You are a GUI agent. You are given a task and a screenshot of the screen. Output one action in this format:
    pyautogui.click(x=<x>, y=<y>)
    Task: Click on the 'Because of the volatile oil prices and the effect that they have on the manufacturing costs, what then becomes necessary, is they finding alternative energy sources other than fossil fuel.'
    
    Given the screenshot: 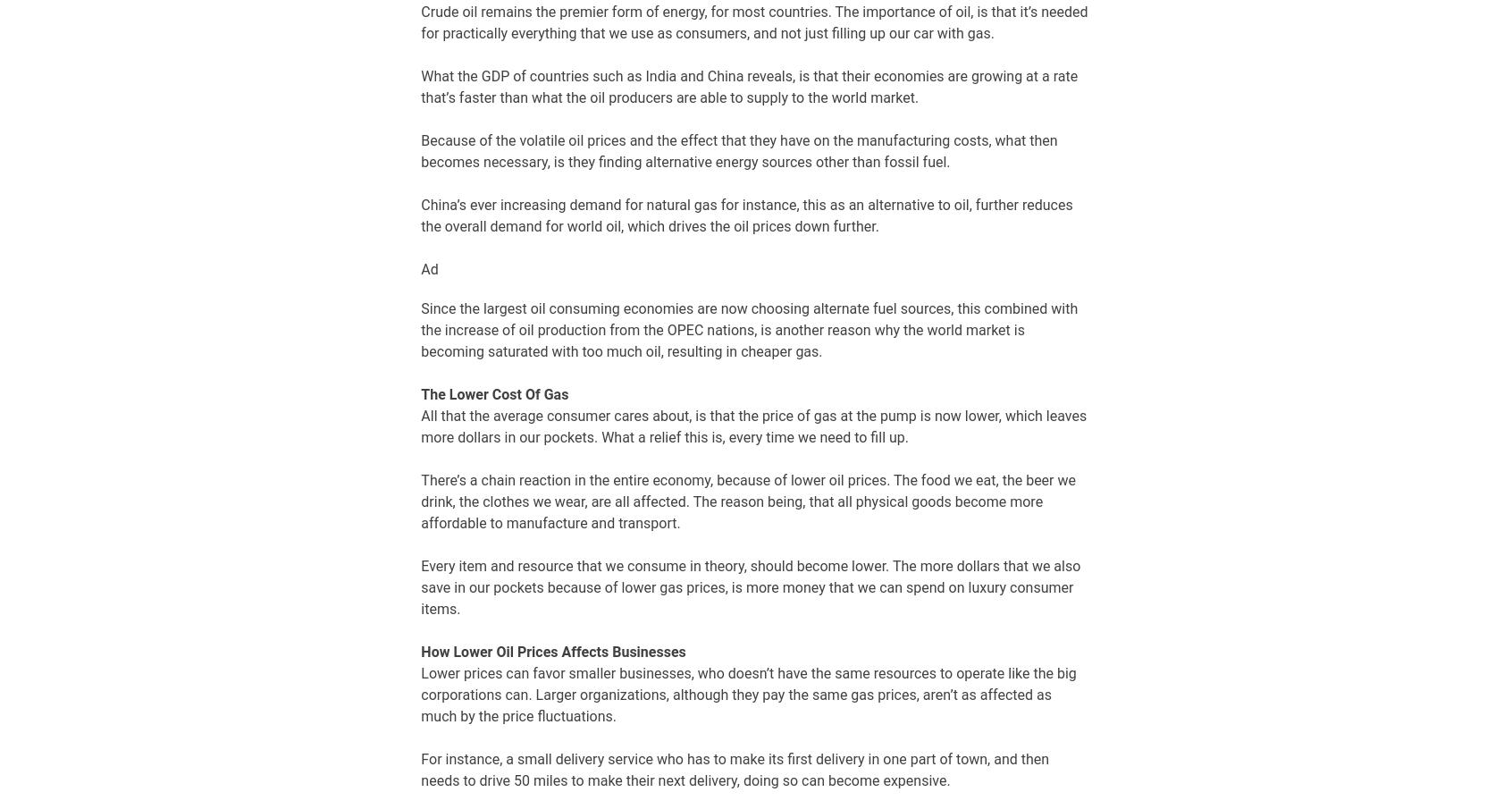 What is the action you would take?
    pyautogui.click(x=739, y=150)
    